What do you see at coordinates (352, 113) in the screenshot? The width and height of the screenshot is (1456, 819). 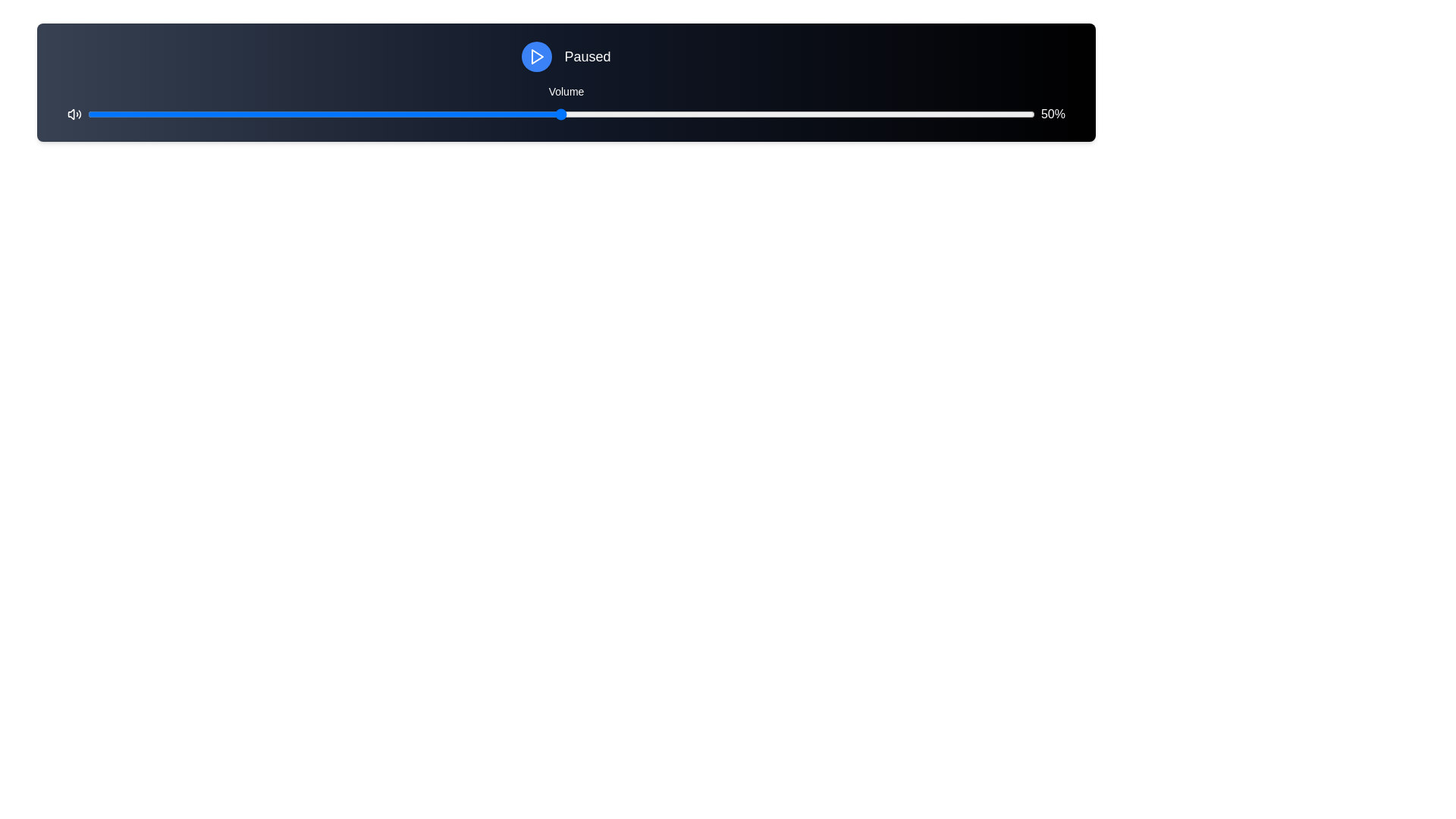 I see `the volume` at bounding box center [352, 113].